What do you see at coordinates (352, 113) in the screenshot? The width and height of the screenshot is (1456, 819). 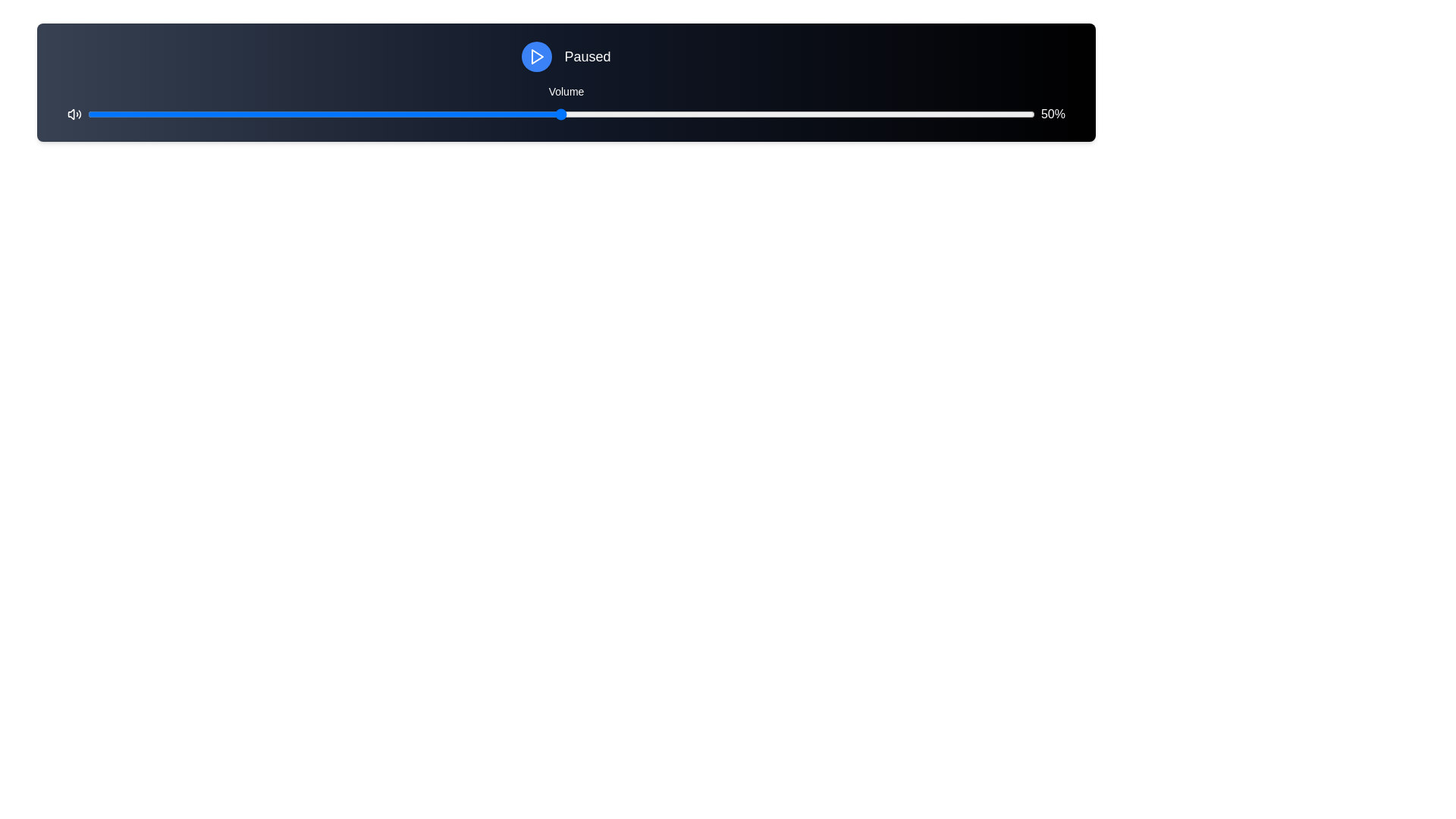 I see `the volume` at bounding box center [352, 113].